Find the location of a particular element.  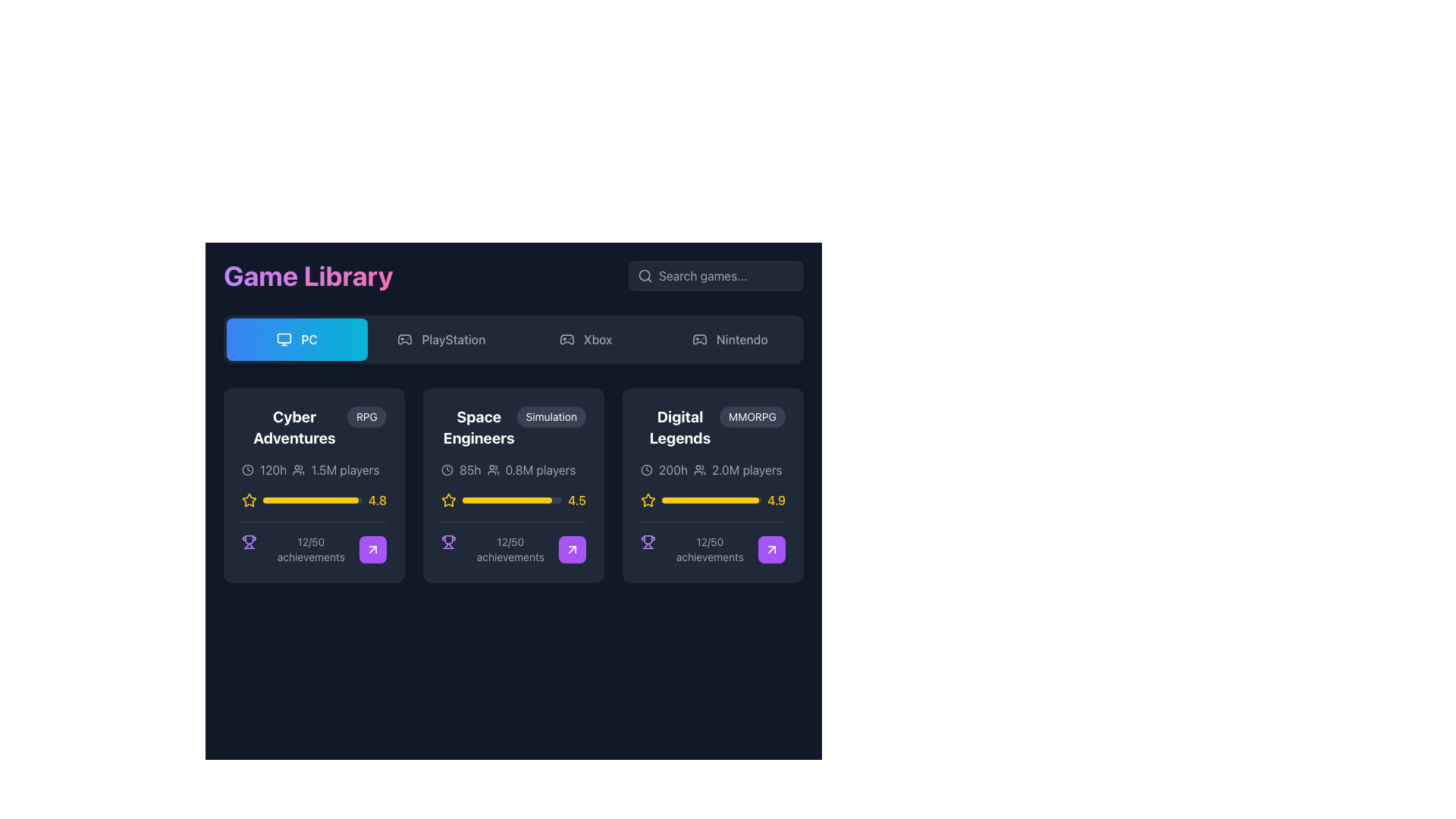

the 'Nintendo' button, which features a game controller icon on its left and is the fourth button in a horizontal row of platform buttons, to filter Nintendo content is located at coordinates (730, 338).